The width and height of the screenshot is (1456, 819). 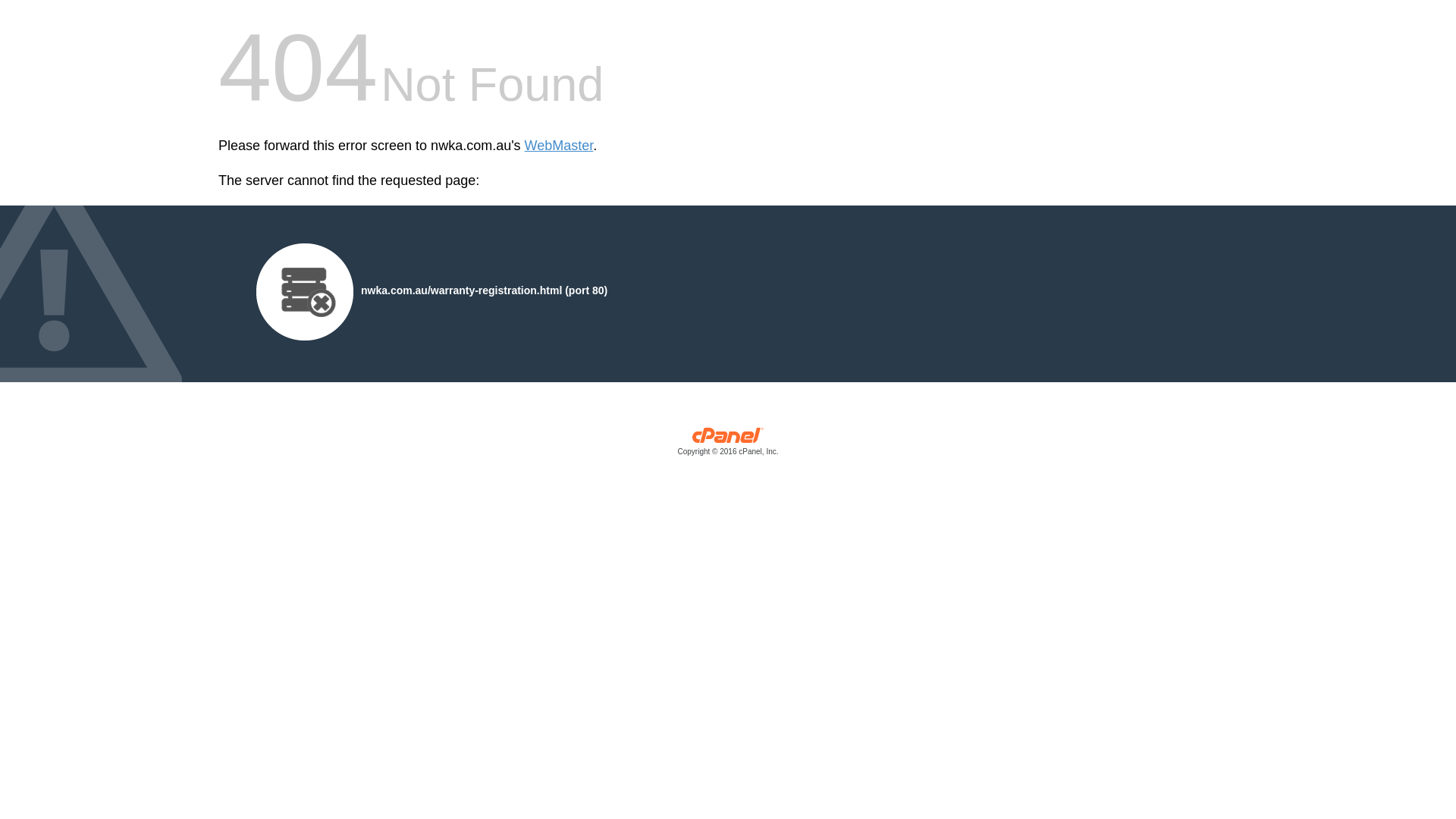 What do you see at coordinates (558, 146) in the screenshot?
I see `'WebMaster'` at bounding box center [558, 146].